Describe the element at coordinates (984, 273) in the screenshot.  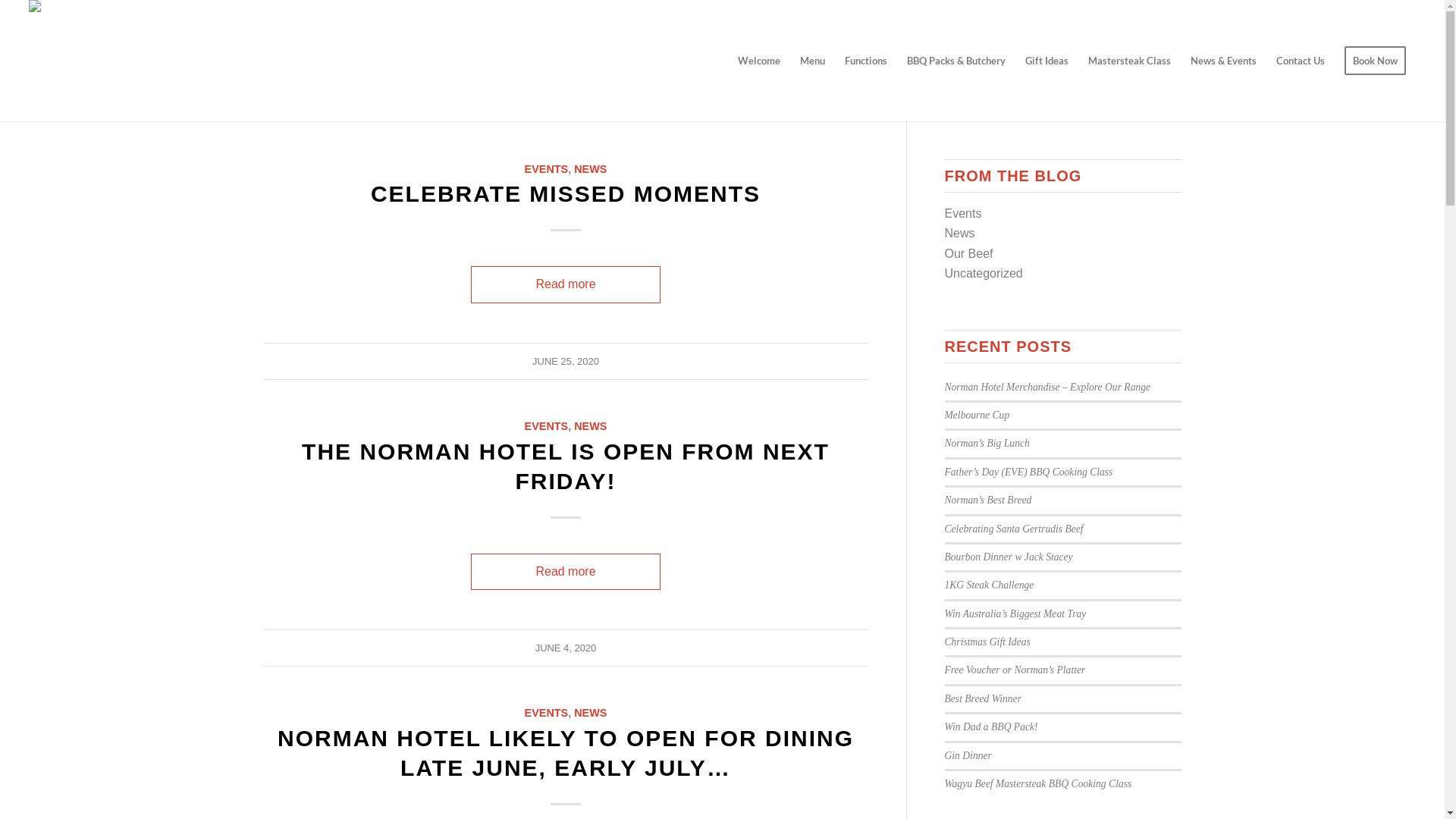
I see `'Uncategorized'` at that location.